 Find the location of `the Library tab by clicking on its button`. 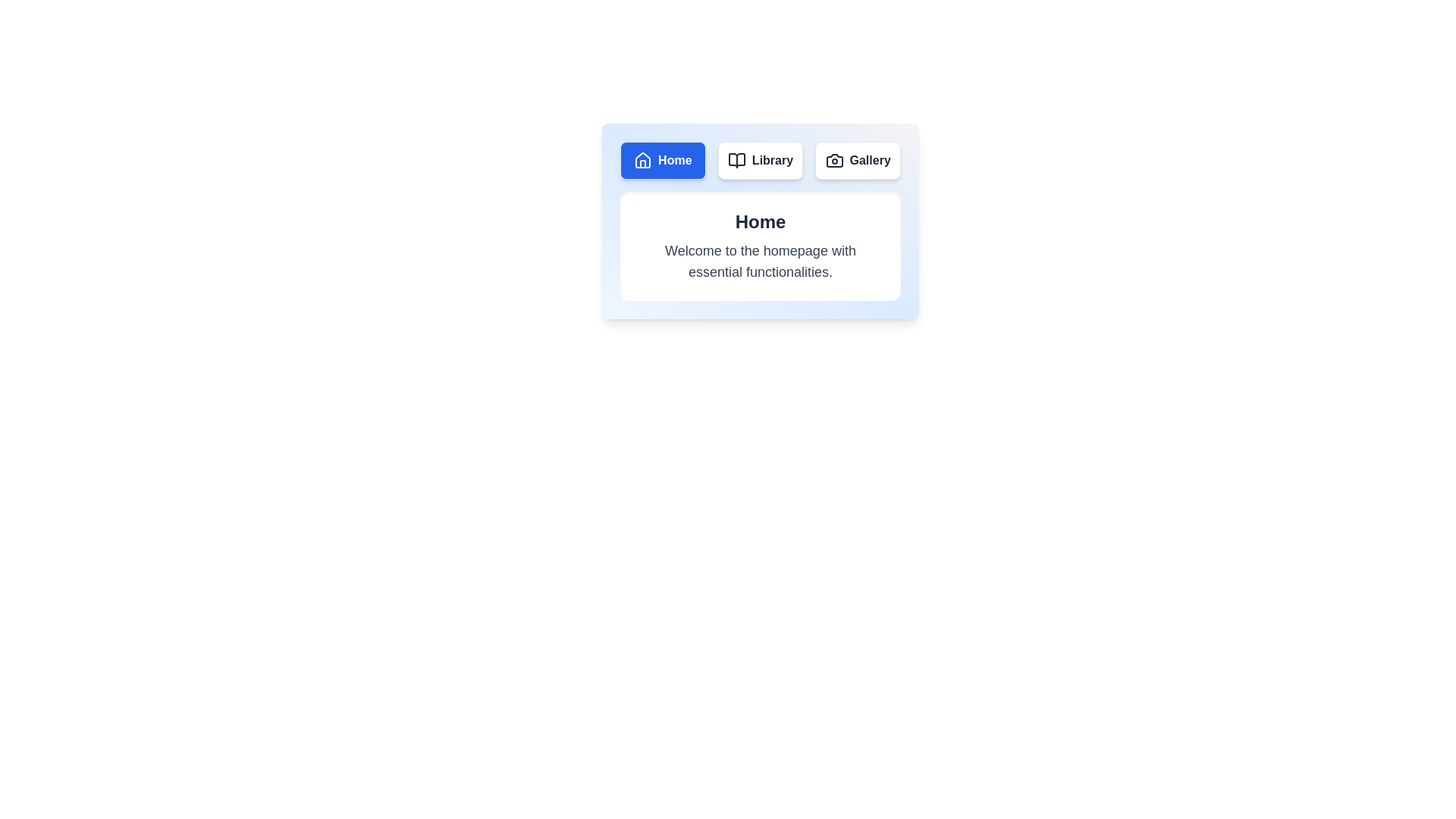

the Library tab by clicking on its button is located at coordinates (761, 161).